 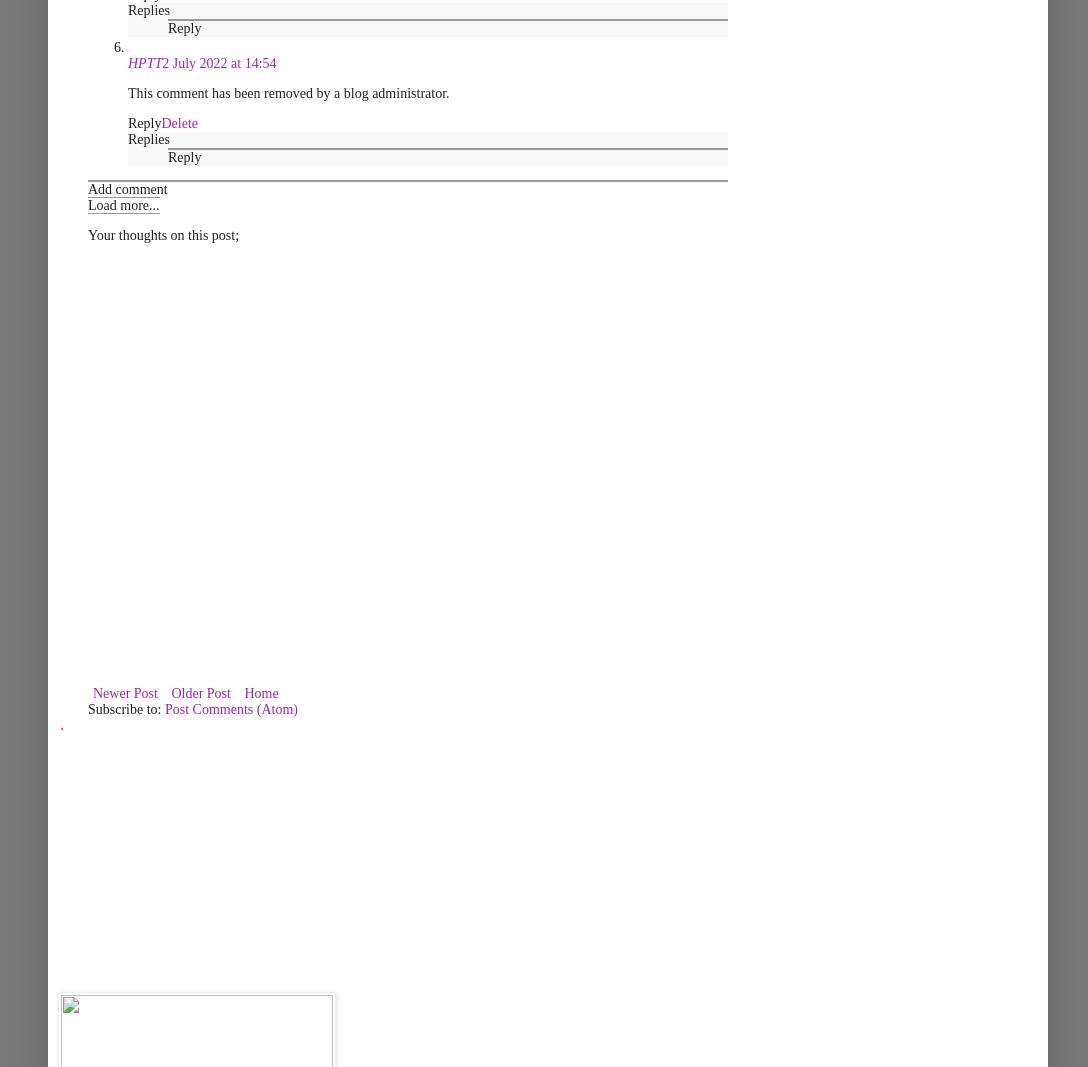 I want to click on 'This comment has been removed by a blog administrator.', so click(x=288, y=92).